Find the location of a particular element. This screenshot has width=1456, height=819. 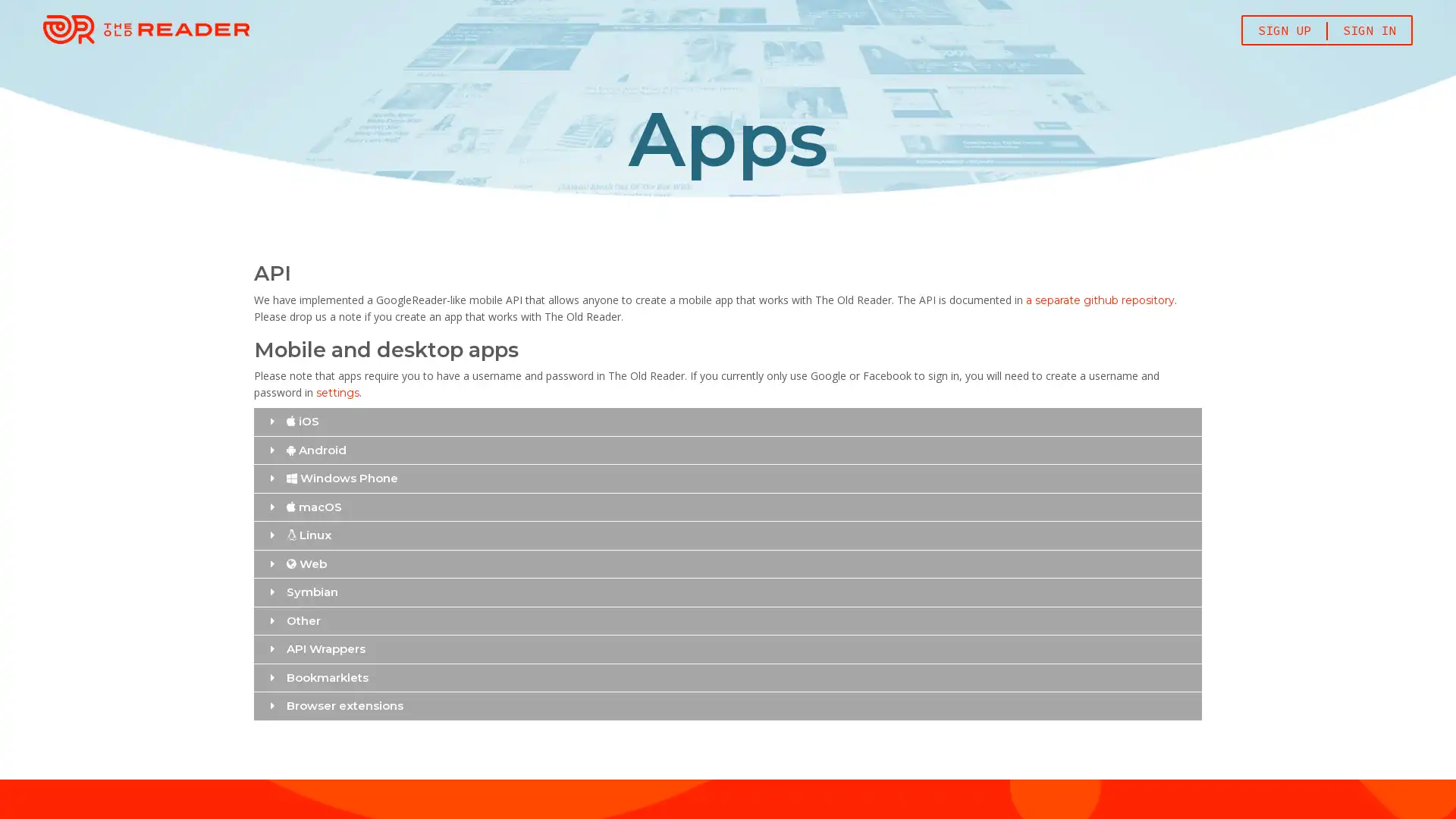

Linux is located at coordinates (726, 534).